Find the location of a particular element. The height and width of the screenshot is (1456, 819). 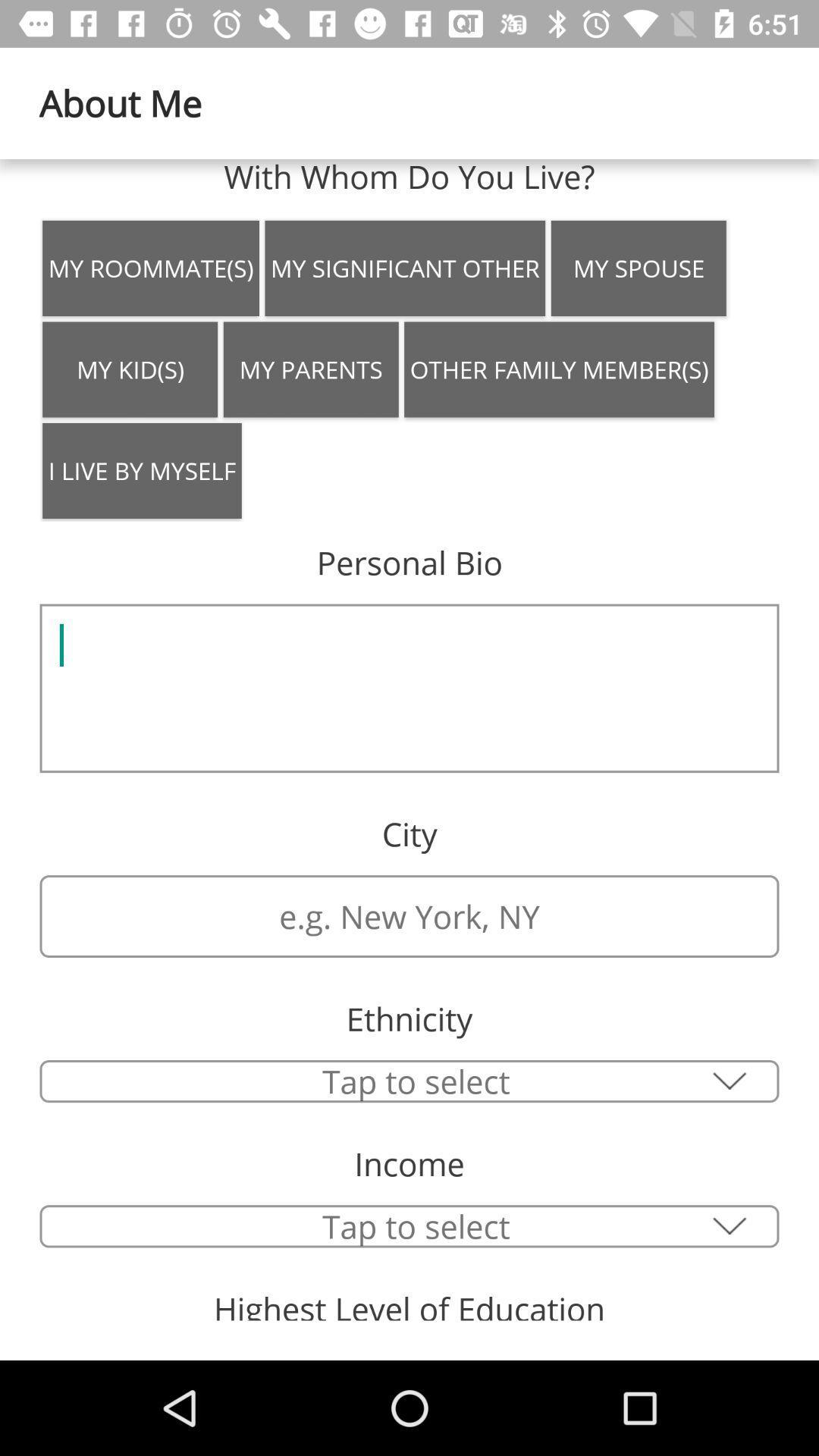

icon next to other family member item is located at coordinates (310, 369).